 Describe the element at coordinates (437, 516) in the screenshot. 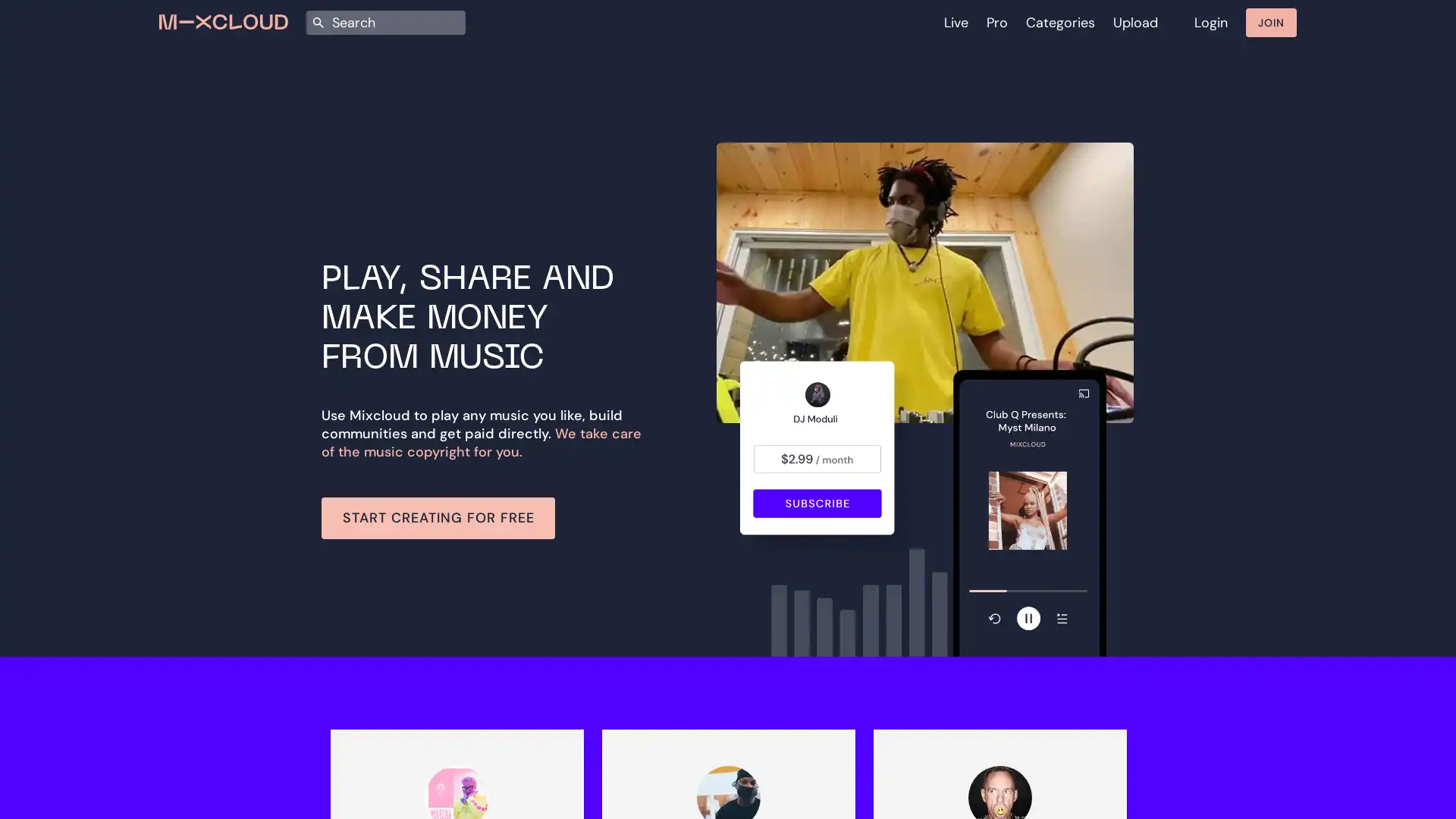

I see `START CREATING FOR FREE` at that location.